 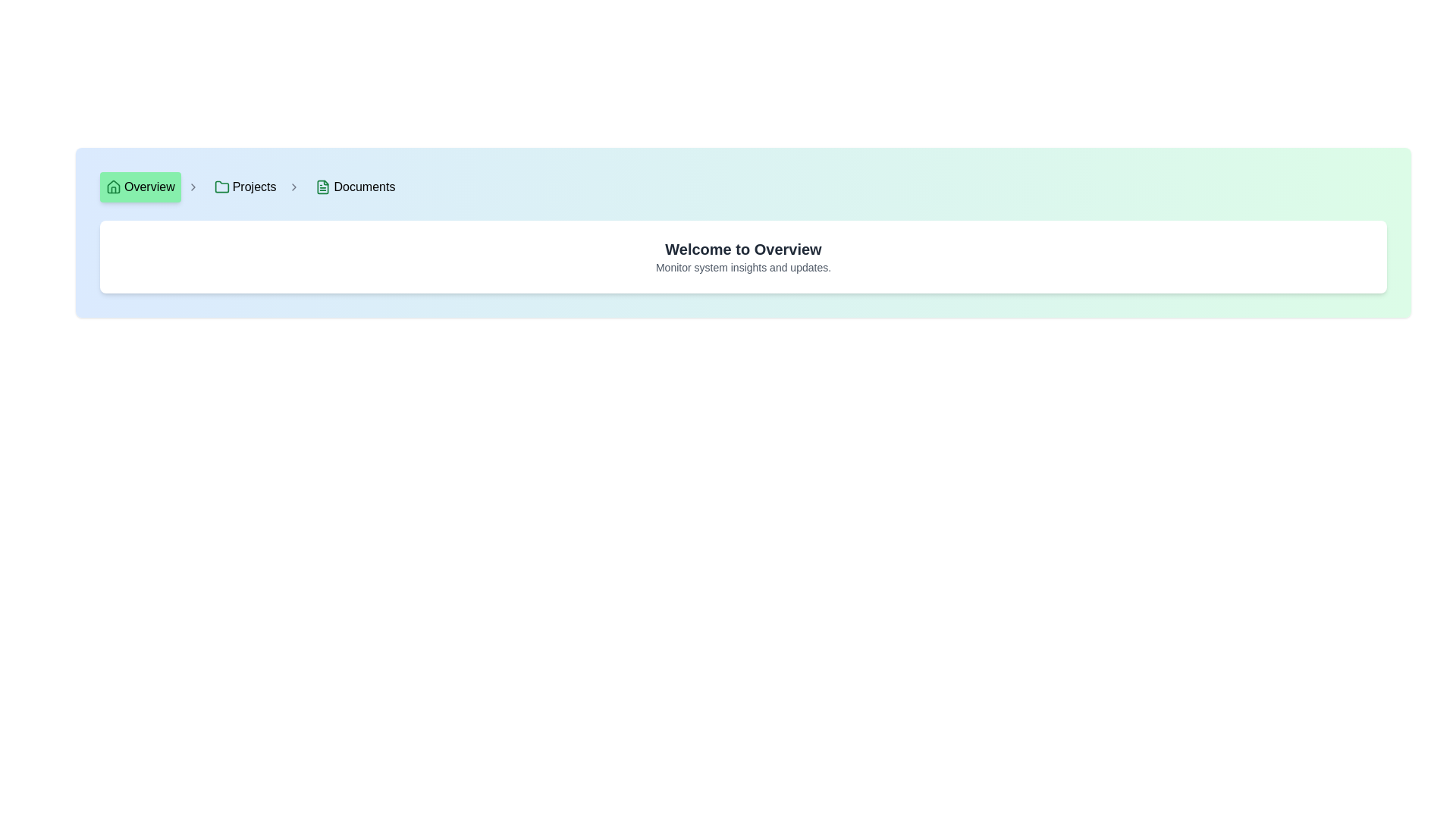 I want to click on the rightward chevron icon in the breadcrumb navigation that follows the text 'Projects', so click(x=294, y=186).